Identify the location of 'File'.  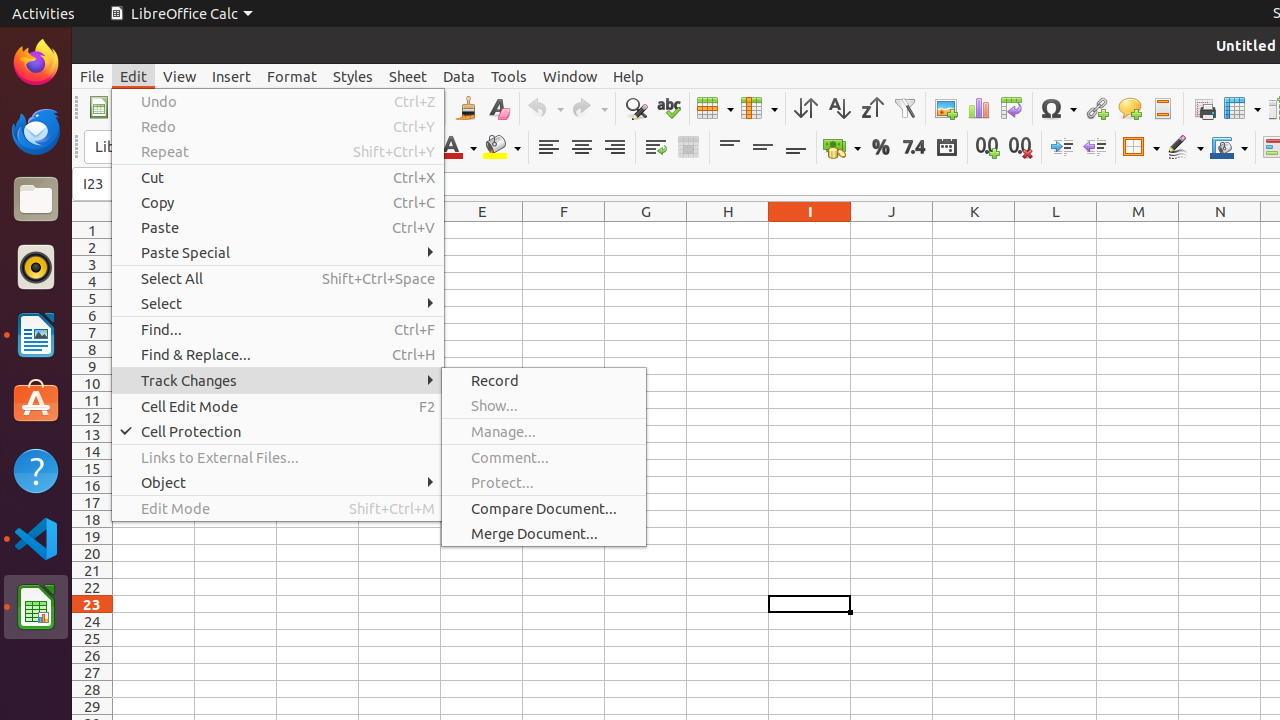
(91, 75).